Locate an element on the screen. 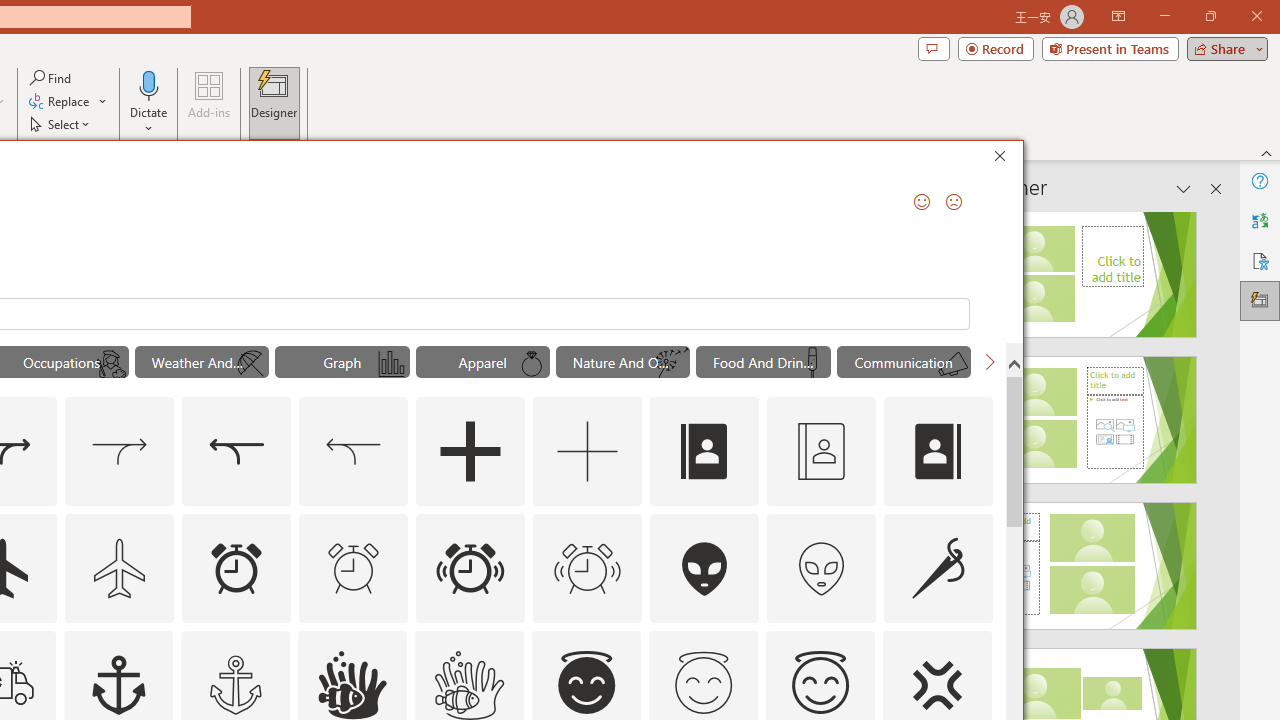 The image size is (1280, 720). '"Communication" Icons.' is located at coordinates (903, 362).